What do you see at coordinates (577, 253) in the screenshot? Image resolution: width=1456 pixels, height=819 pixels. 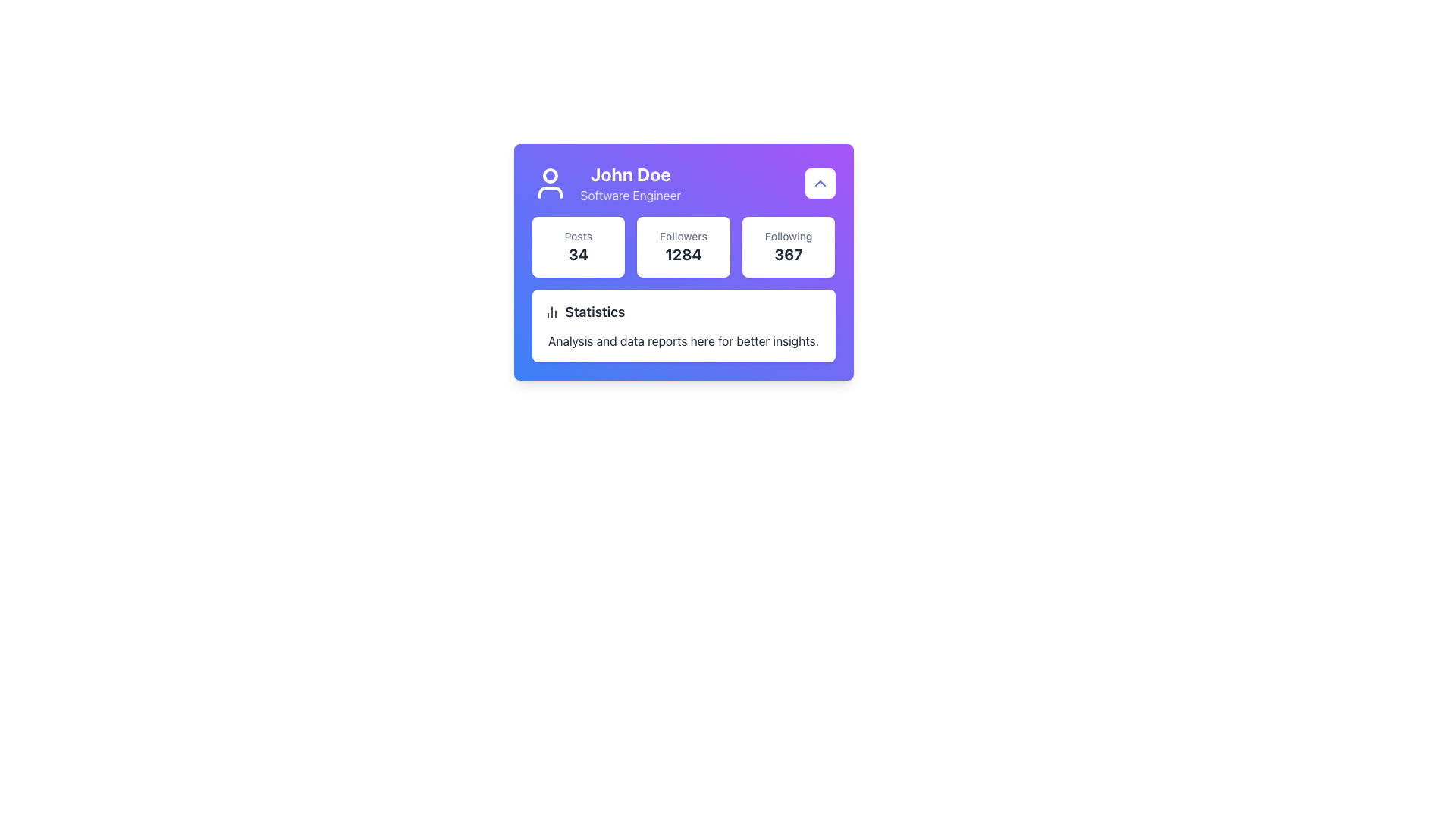 I see `bold text label displaying the number '34', which is located within a white card under the 'Posts' label` at bounding box center [577, 253].